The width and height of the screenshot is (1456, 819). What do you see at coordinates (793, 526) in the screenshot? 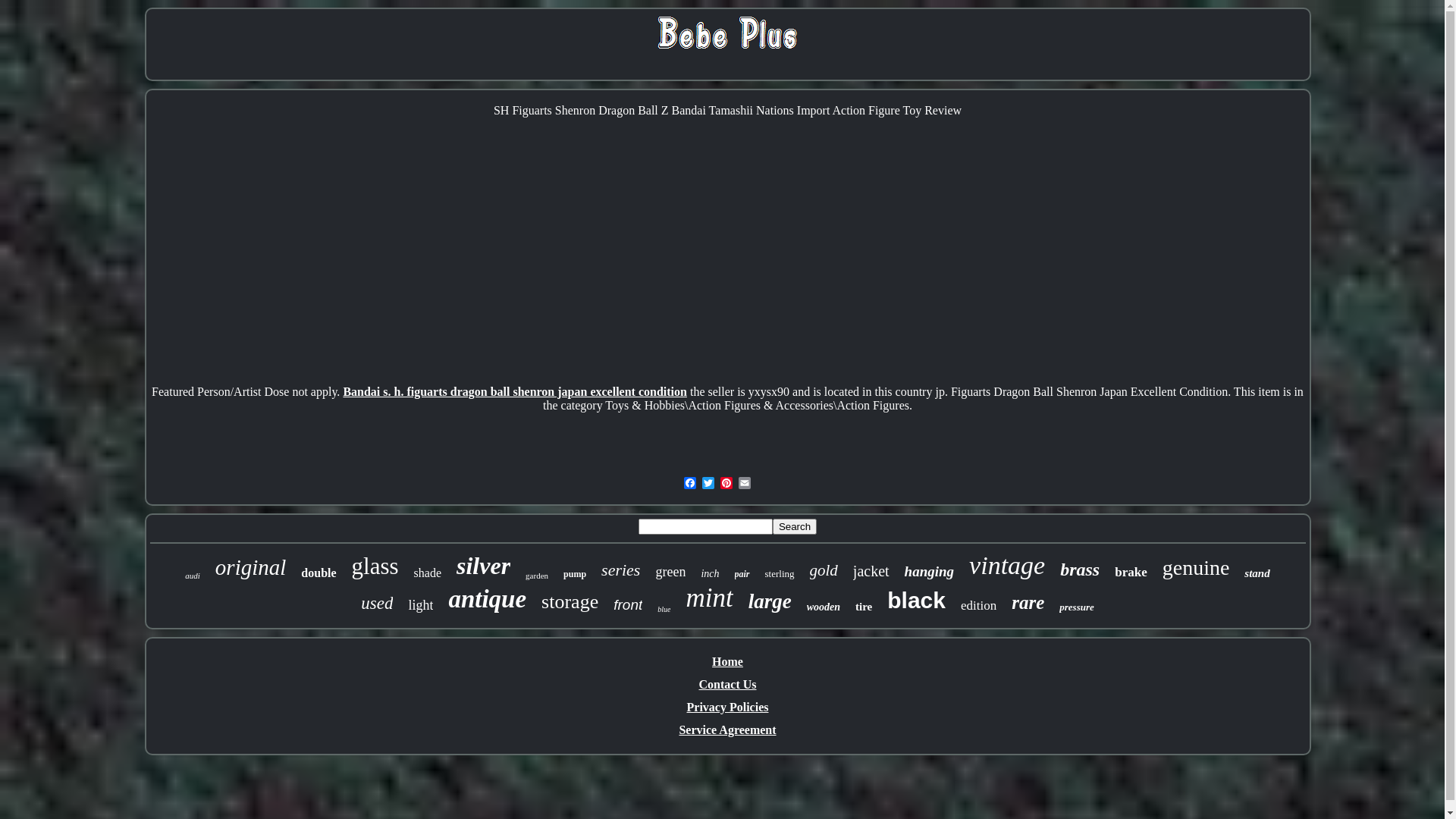
I see `'Search'` at bounding box center [793, 526].